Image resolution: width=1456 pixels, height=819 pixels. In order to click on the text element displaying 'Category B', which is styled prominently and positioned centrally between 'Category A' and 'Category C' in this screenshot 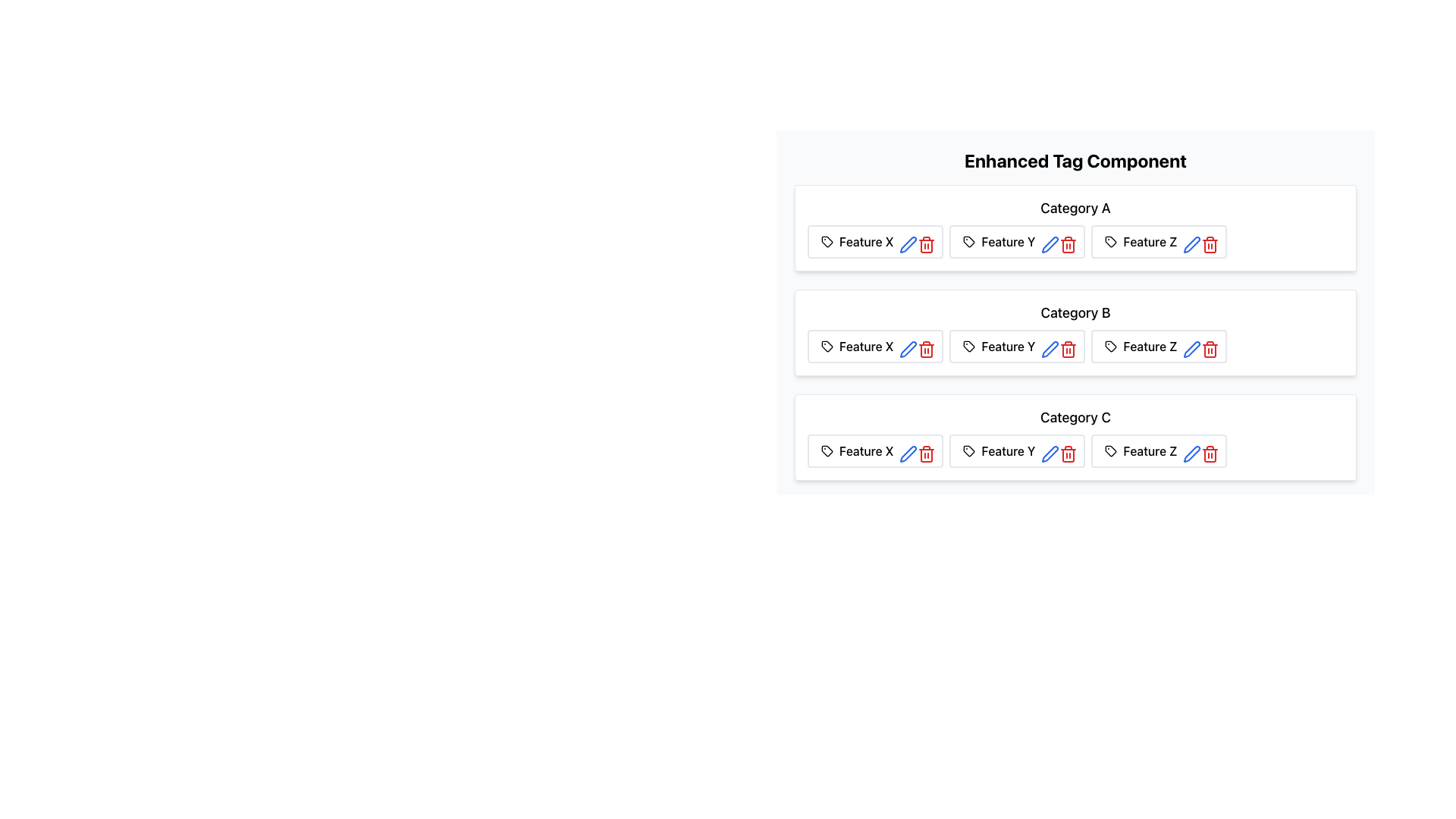, I will do `click(1075, 312)`.